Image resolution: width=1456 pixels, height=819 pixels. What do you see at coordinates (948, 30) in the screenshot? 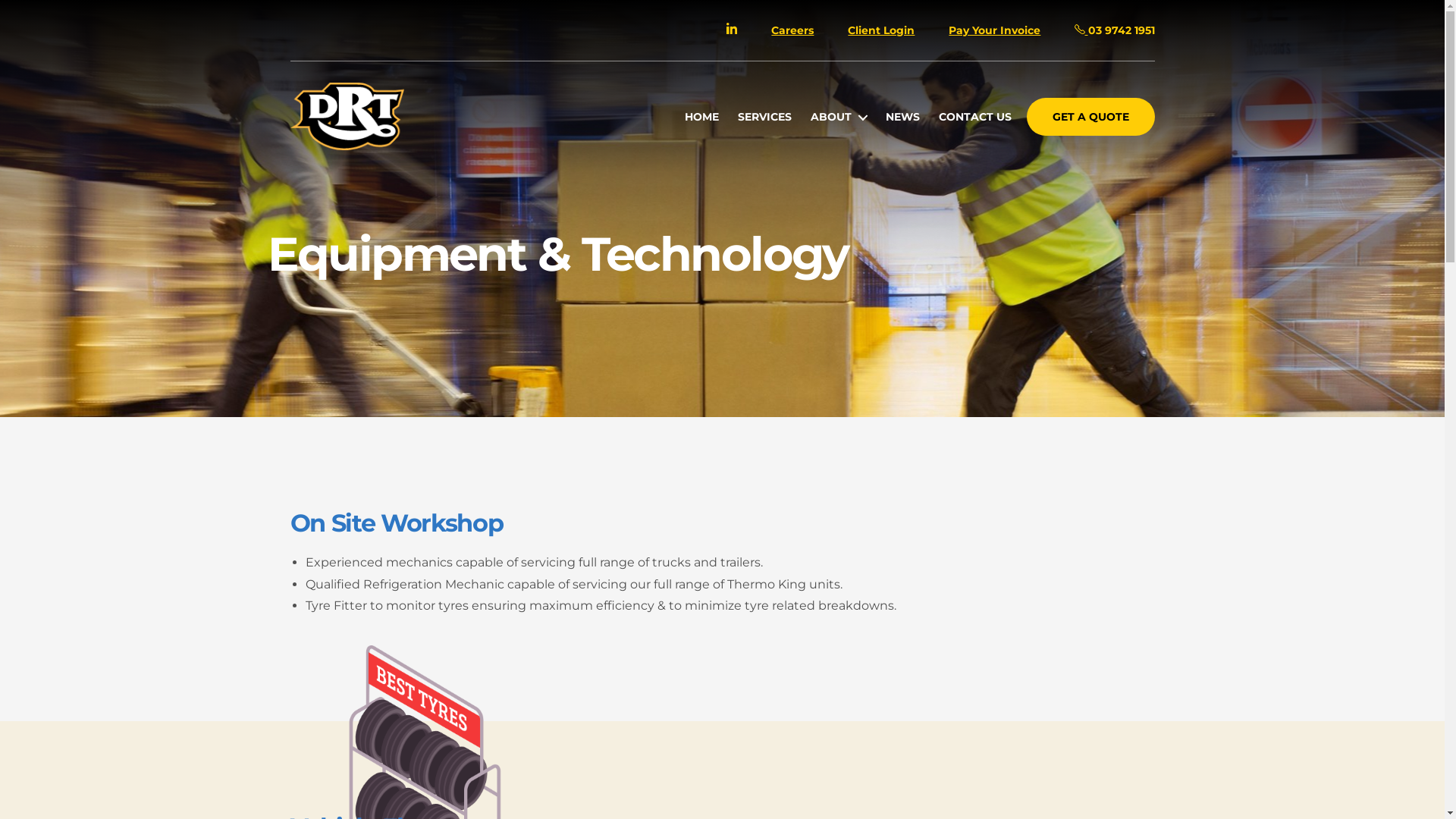
I see `'Pay Your Invoice'` at bounding box center [948, 30].